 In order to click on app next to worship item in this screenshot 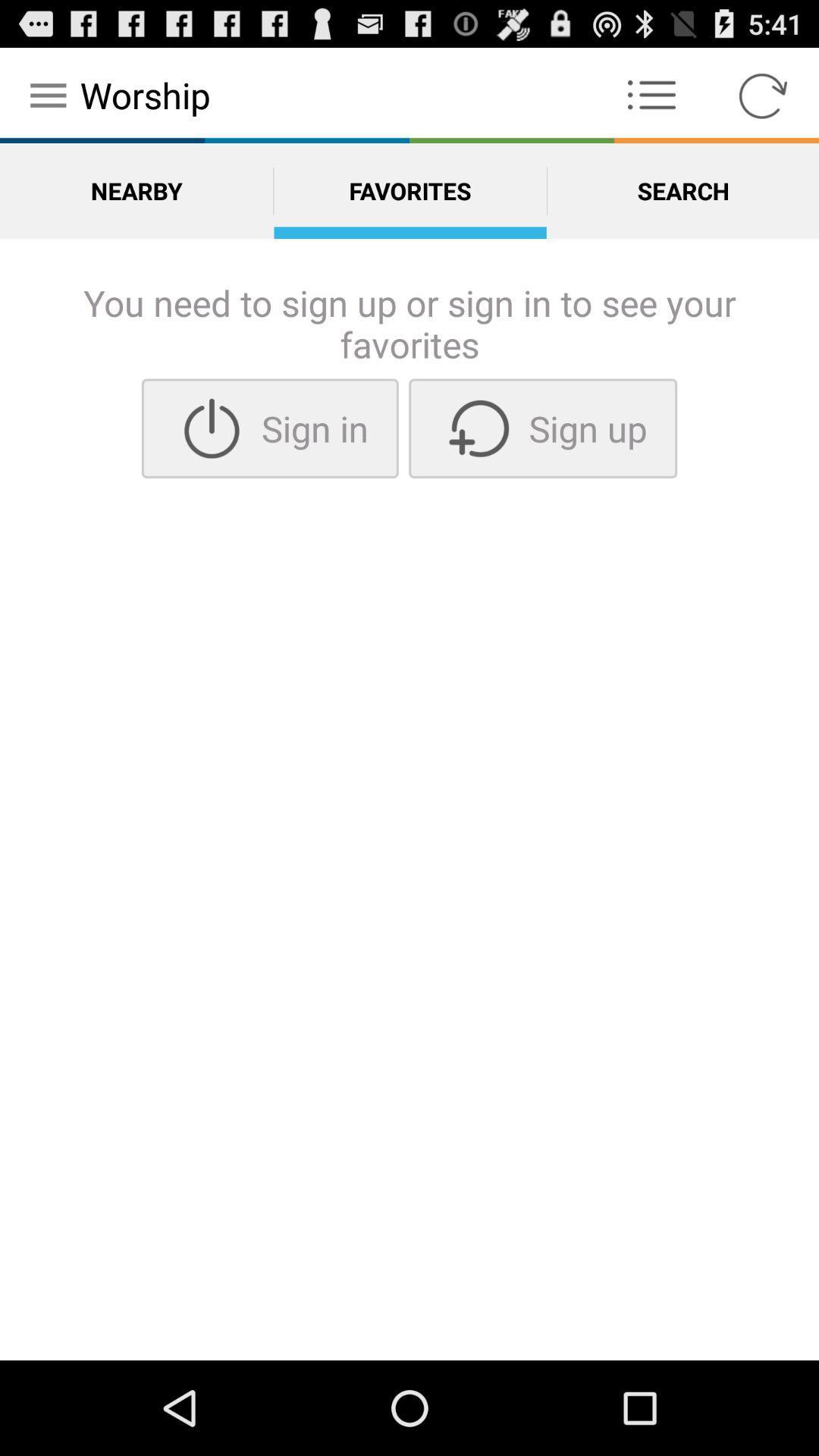, I will do `click(651, 94)`.